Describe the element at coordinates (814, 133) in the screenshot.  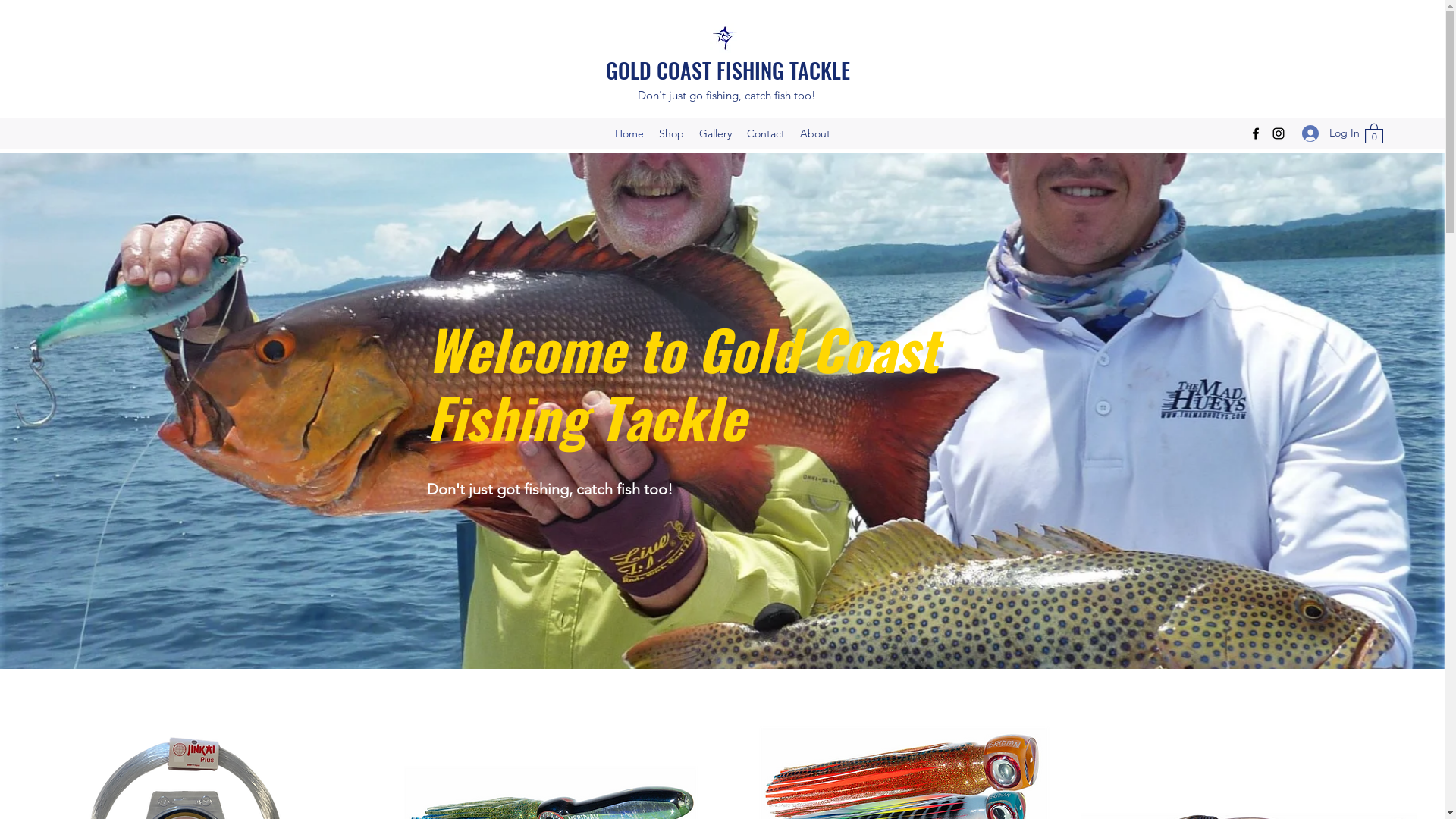
I see `'About'` at that location.